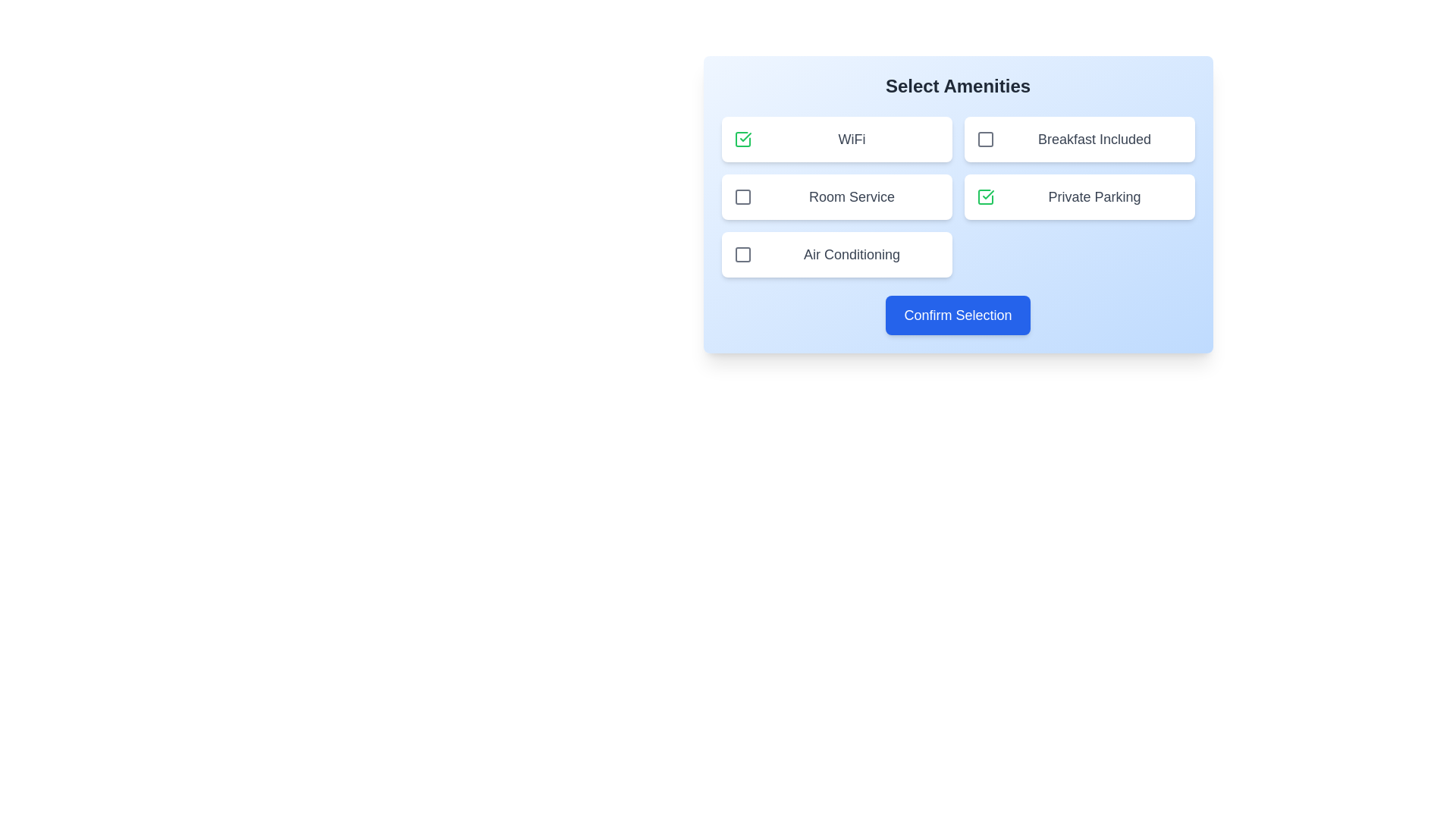 The width and height of the screenshot is (1456, 819). I want to click on the text label describing the amenity located to the right of the checkbox in the top-right quadrant of the selection panel, so click(1094, 140).